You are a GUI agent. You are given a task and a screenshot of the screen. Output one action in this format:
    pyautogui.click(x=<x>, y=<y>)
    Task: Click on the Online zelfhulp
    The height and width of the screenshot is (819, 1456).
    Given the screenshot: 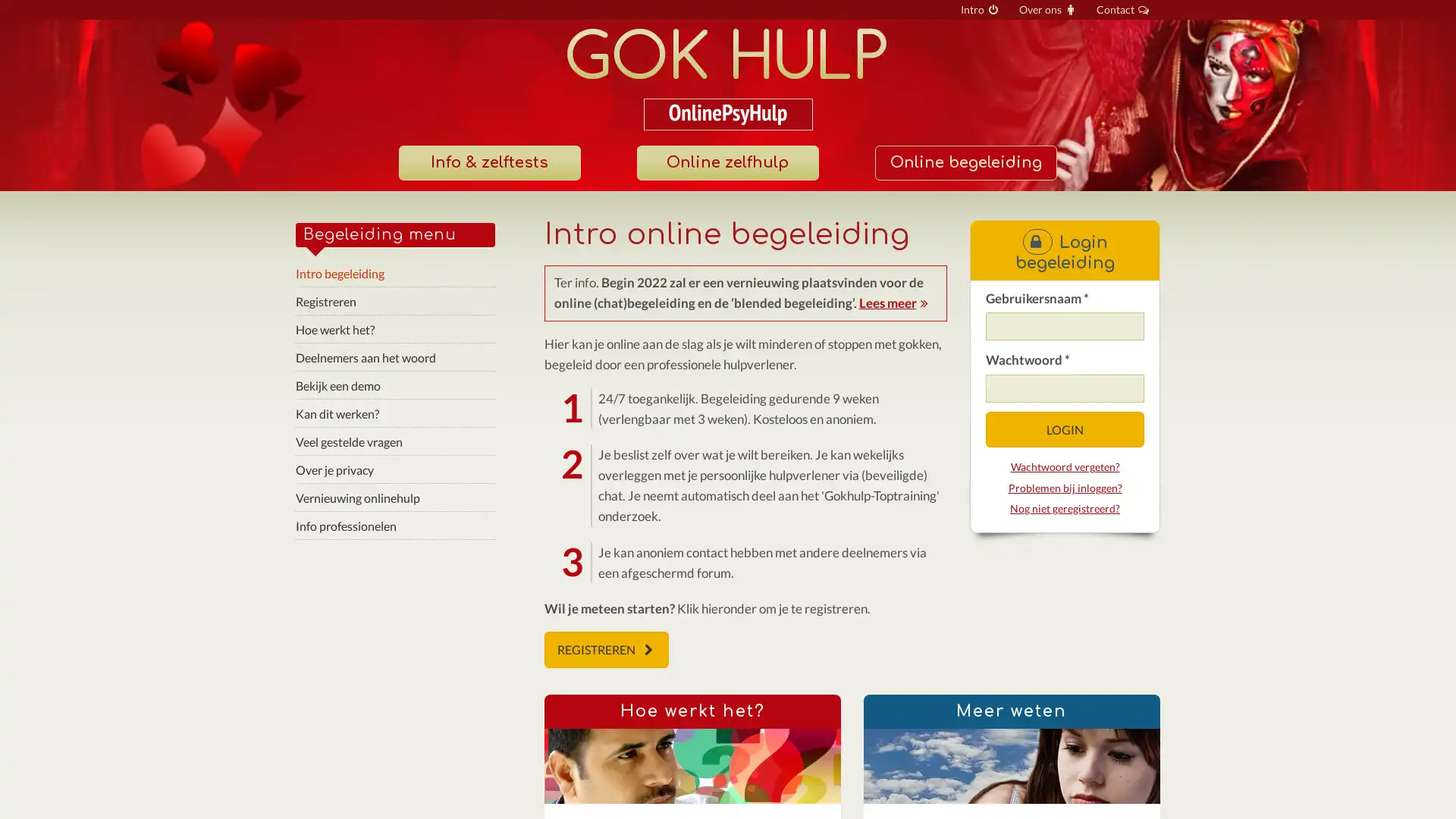 What is the action you would take?
    pyautogui.click(x=726, y=163)
    